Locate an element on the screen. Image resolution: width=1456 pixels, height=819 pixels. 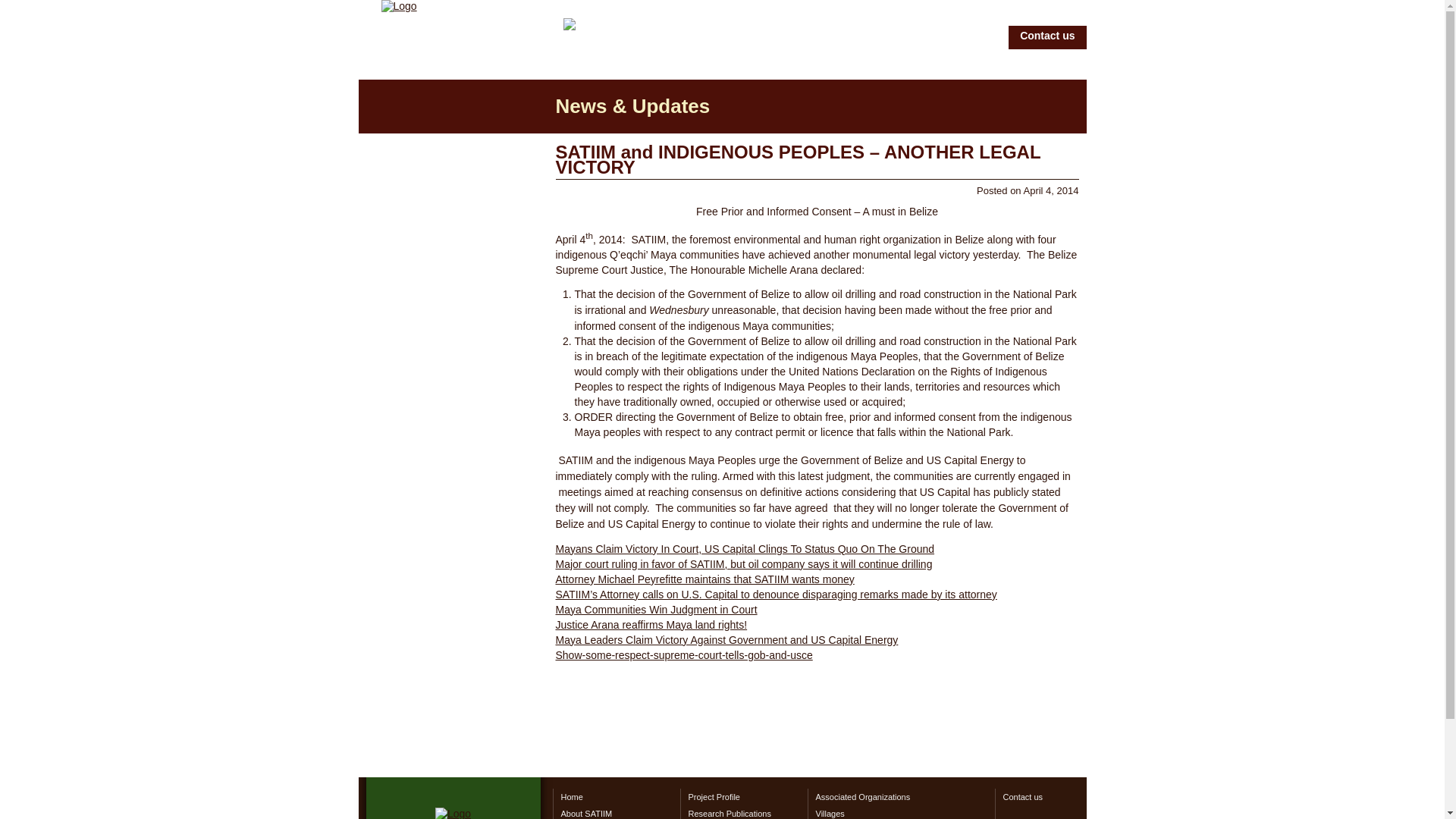
'Associated Organizations' is located at coordinates (901, 795).